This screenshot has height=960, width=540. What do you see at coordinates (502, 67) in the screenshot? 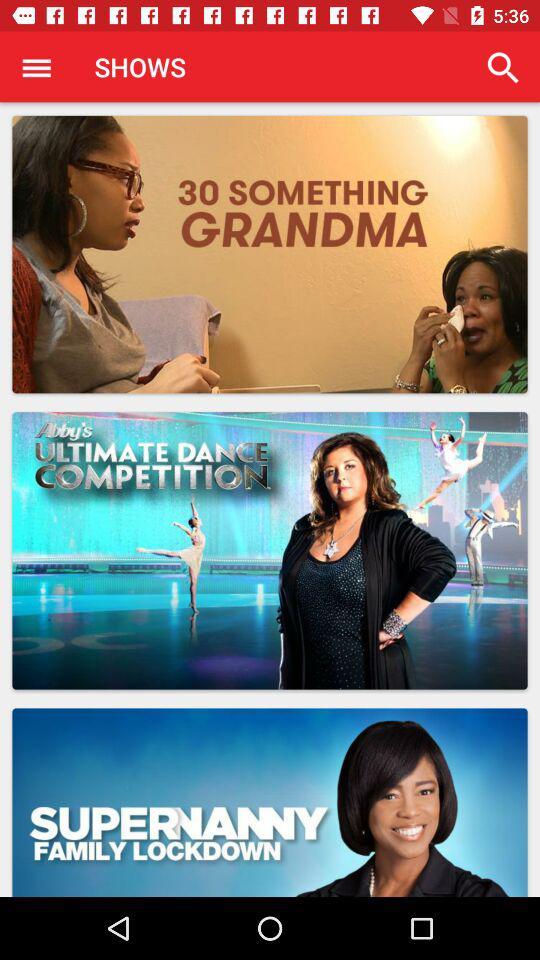
I see `icon to the right of the shows app` at bounding box center [502, 67].